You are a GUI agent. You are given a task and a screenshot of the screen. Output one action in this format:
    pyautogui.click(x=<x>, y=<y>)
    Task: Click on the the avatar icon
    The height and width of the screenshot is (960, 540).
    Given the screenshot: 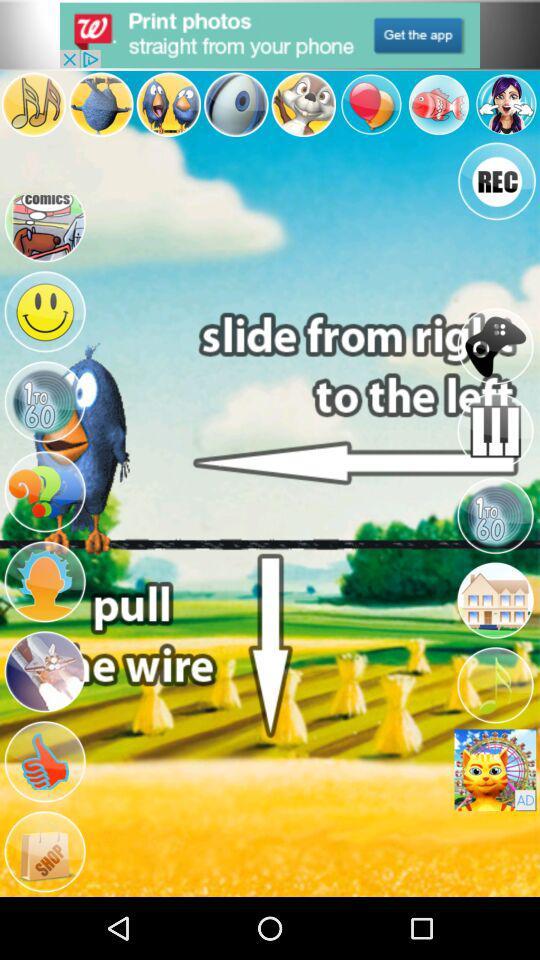 What is the action you would take?
    pyautogui.click(x=505, y=111)
    